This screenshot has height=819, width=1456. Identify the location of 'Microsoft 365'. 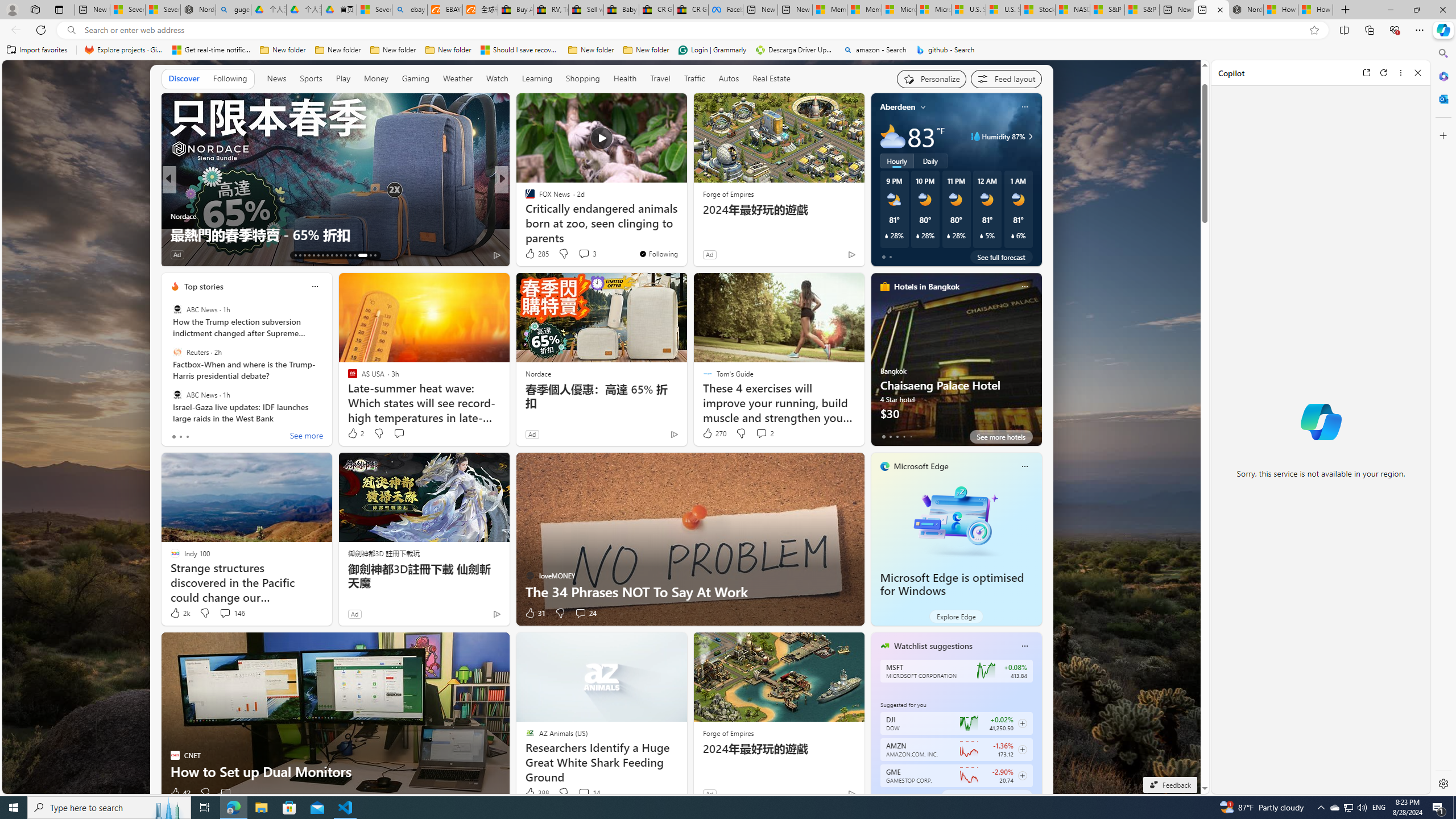
(1442, 76).